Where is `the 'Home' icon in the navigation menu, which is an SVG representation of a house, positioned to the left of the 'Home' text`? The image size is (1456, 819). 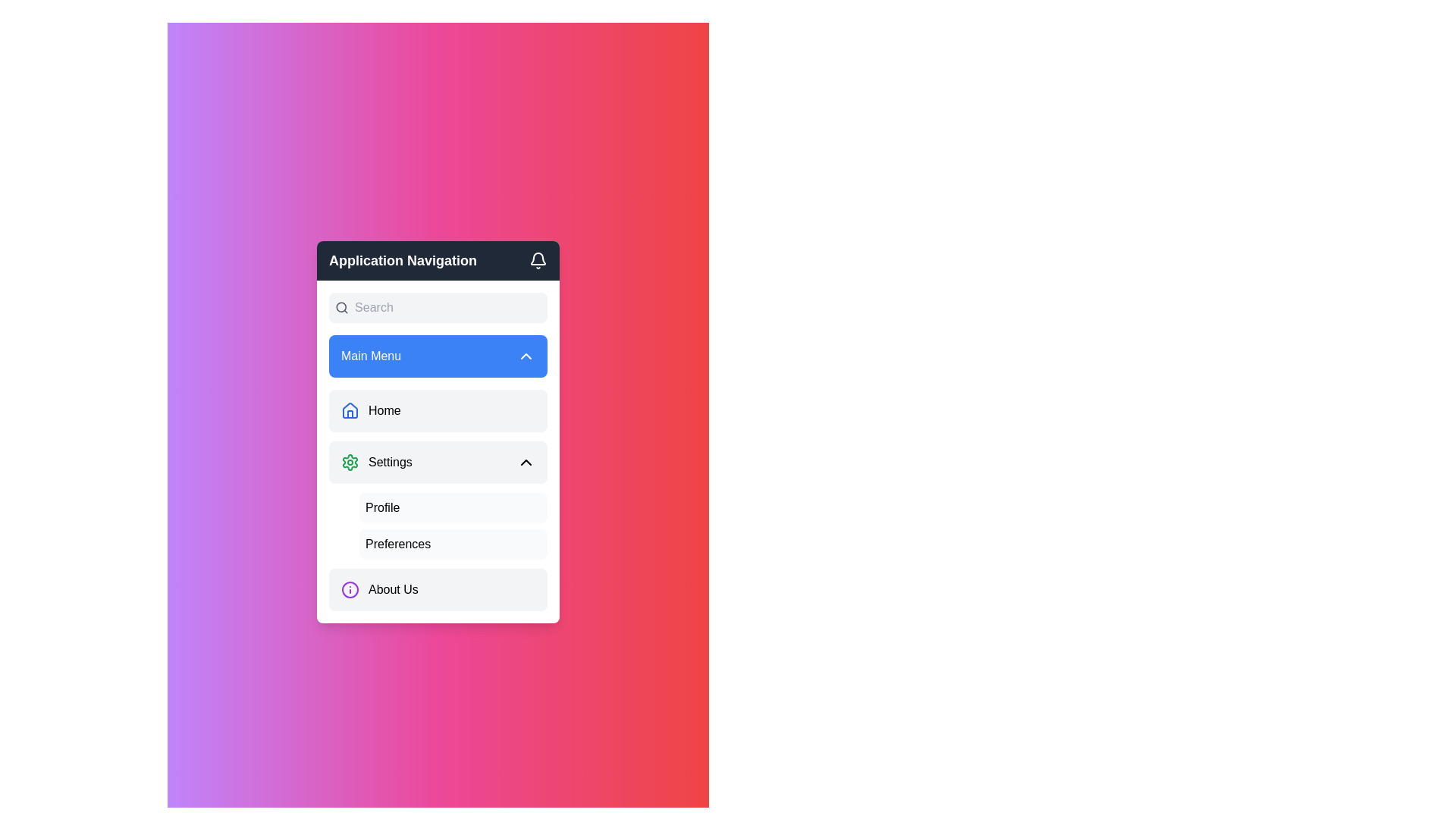
the 'Home' icon in the navigation menu, which is an SVG representation of a house, positioned to the left of the 'Home' text is located at coordinates (349, 411).